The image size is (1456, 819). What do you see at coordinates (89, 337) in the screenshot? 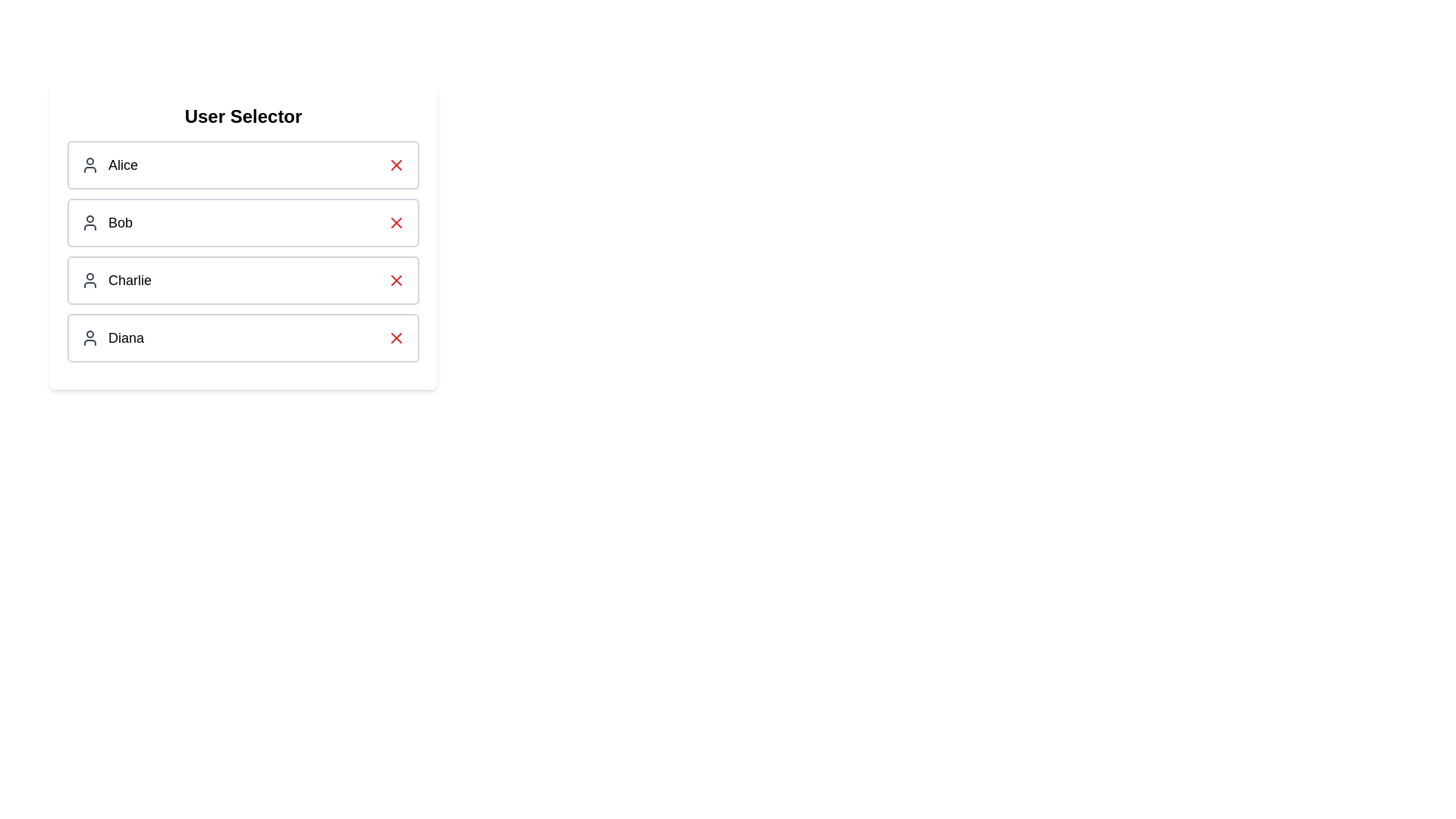
I see `the user Diana by clicking on their icon` at bounding box center [89, 337].